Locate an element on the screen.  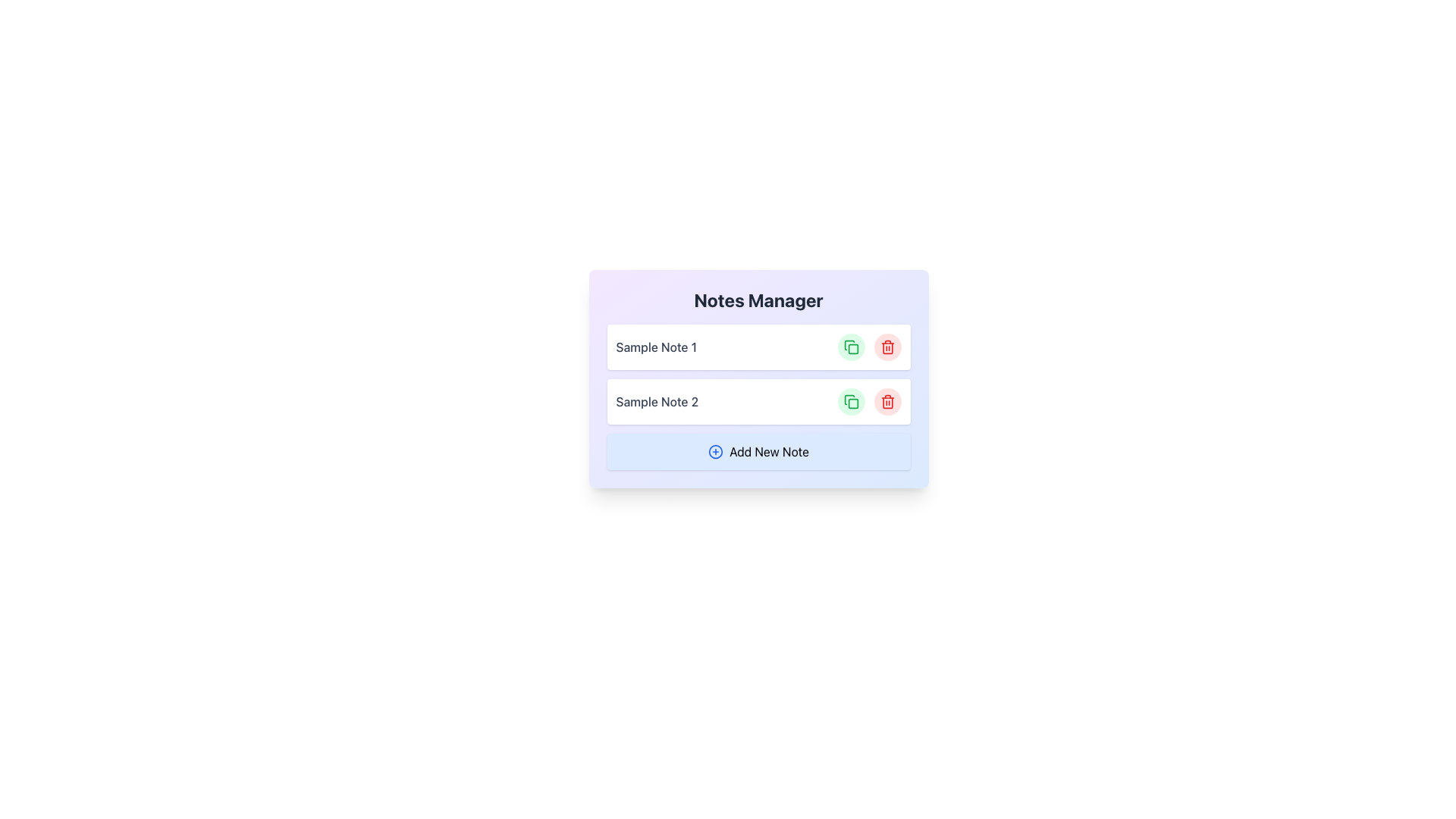
the green circular button to the right of 'Sample Note 2' is located at coordinates (851, 347).